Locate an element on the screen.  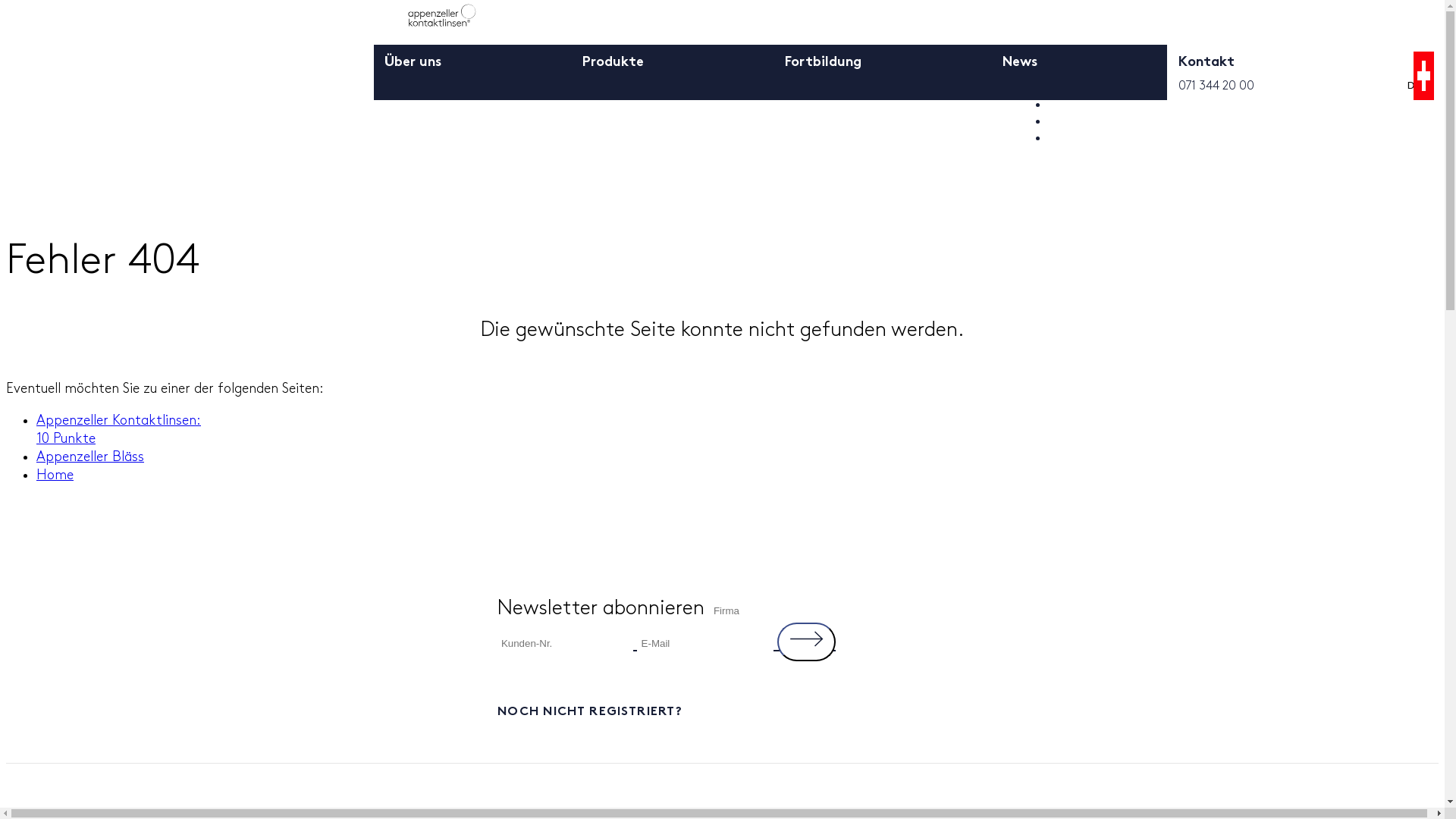
'INSTAGRAM' is located at coordinates (1316, 188).